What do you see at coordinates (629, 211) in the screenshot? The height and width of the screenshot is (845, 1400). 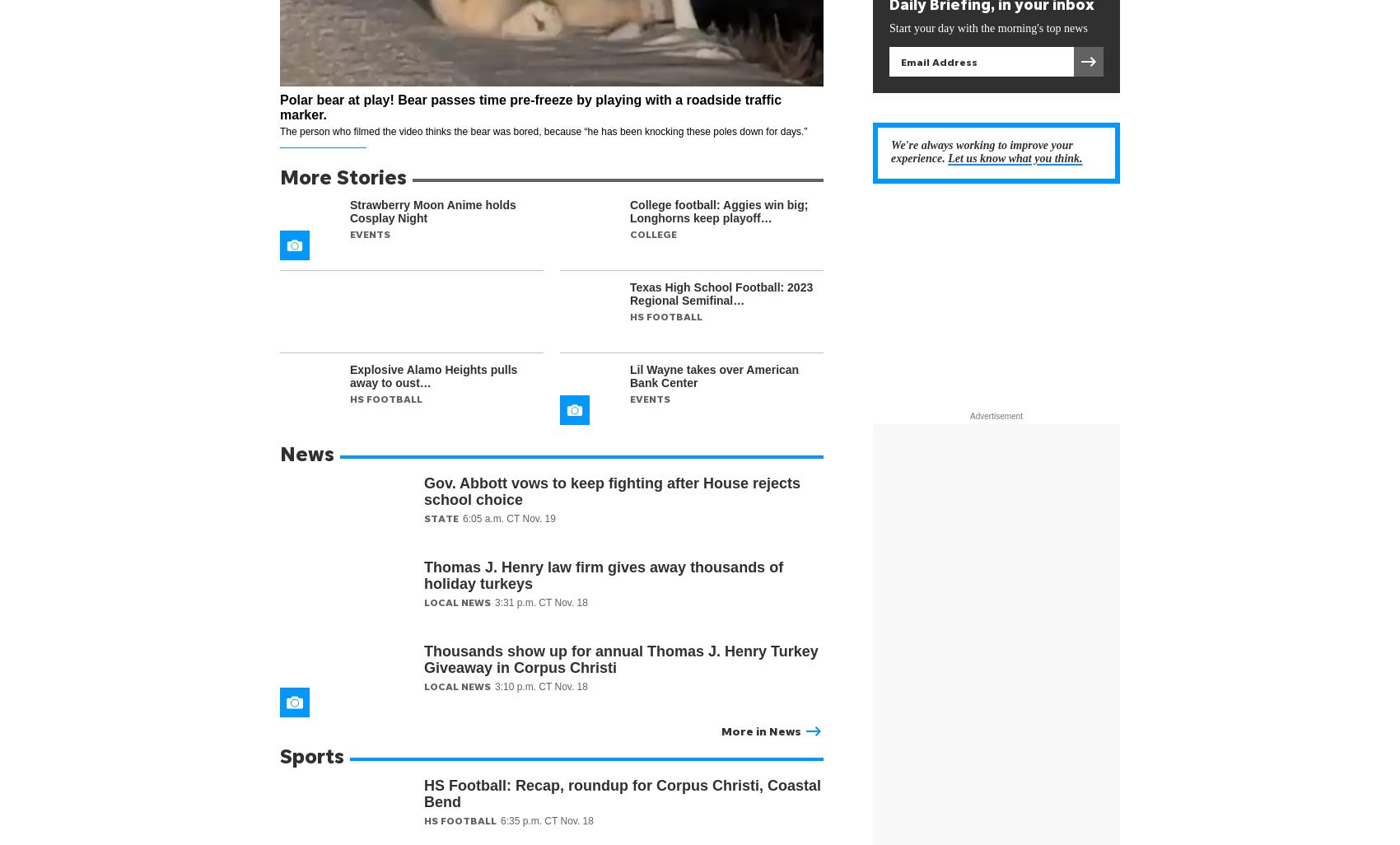 I see `'College football: Aggies win big; Longhorns keep playoff…'` at bounding box center [629, 211].